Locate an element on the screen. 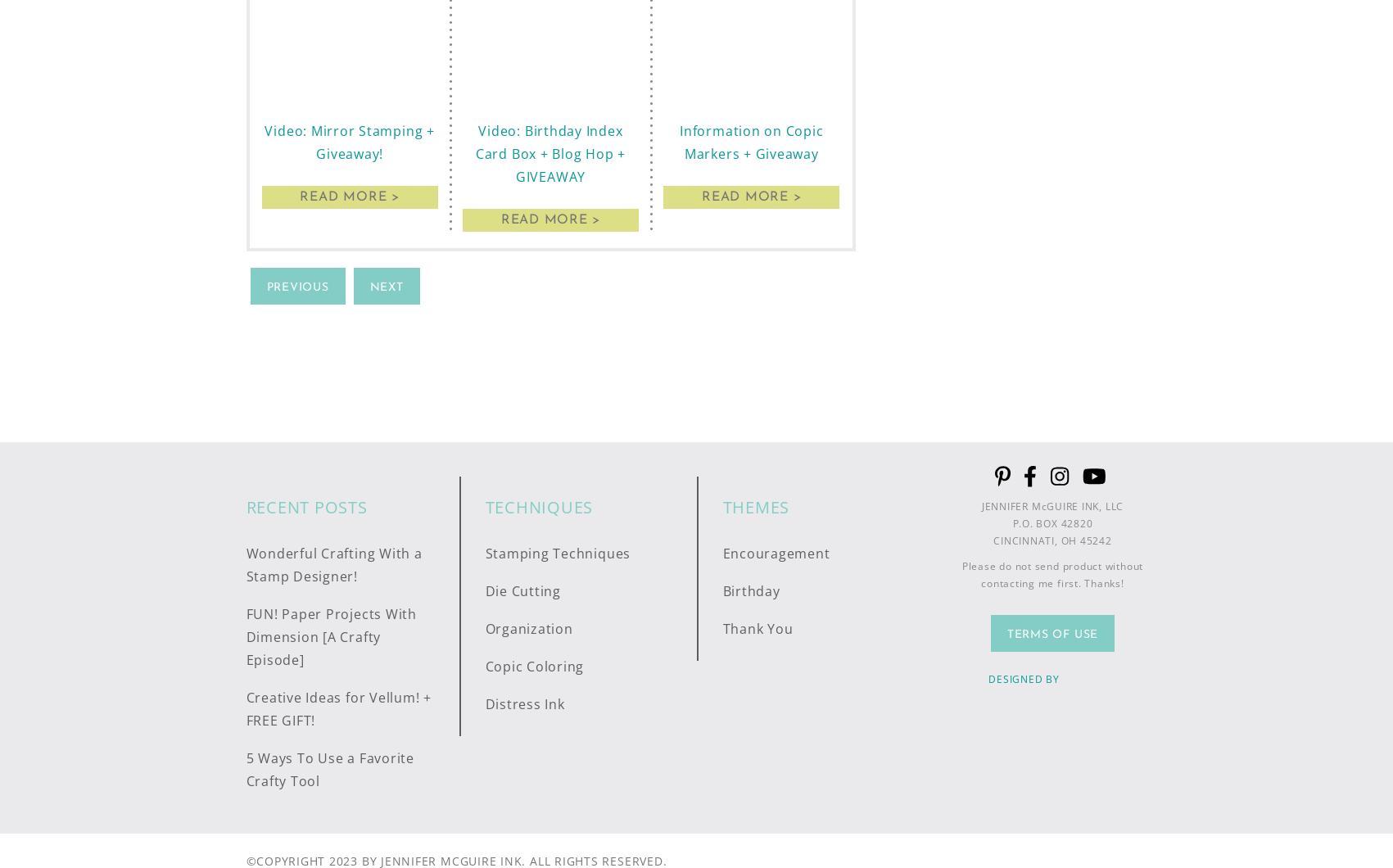 The width and height of the screenshot is (1393, 868). 'Video: Mirror Stamping + Giveaway!' is located at coordinates (348, 140).